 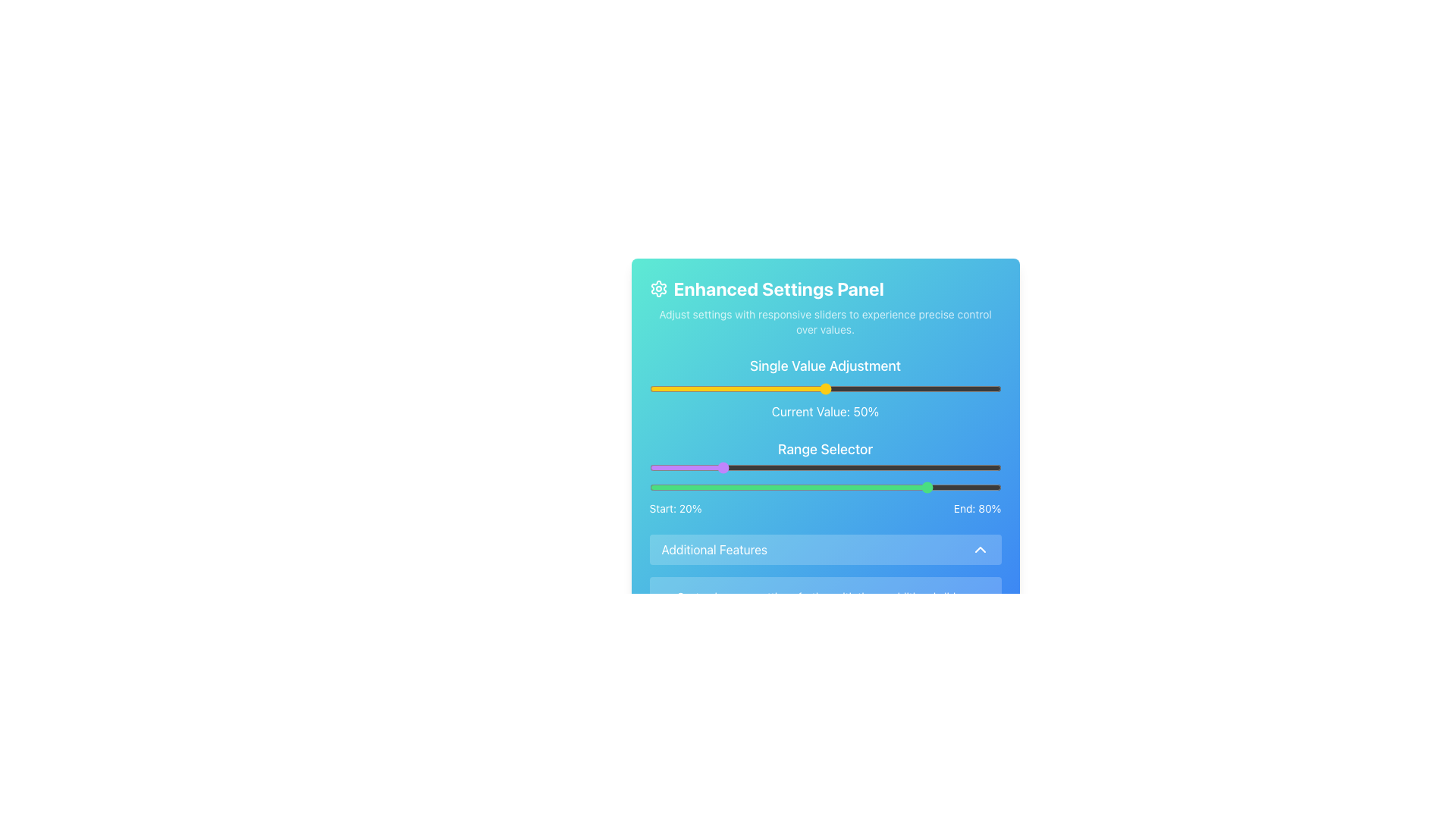 I want to click on the Settings icon, a small gear-shaped icon located to the left of the 'Enhanced Settings Panel' title in the header section, so click(x=658, y=289).